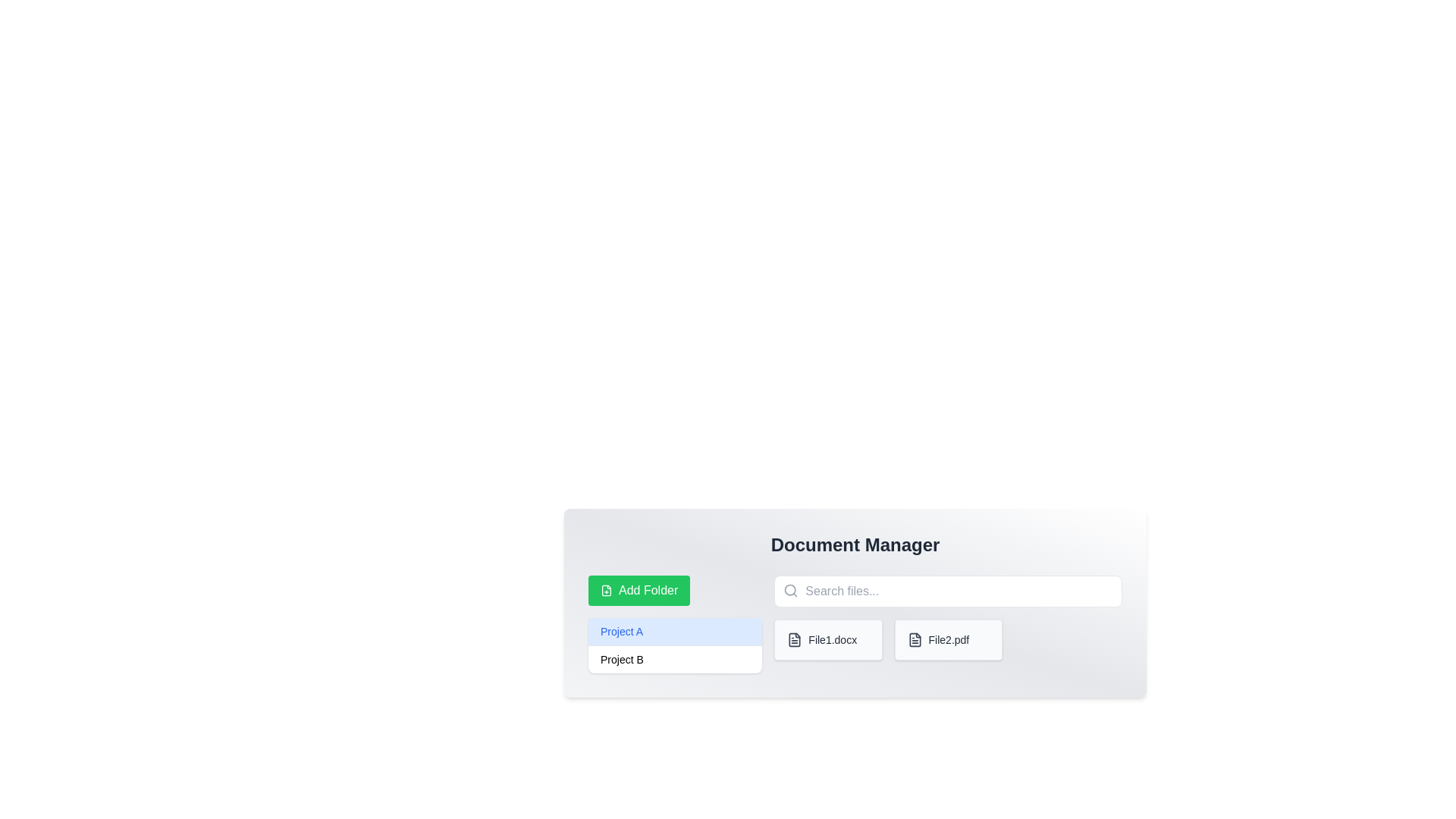 The height and width of the screenshot is (819, 1456). I want to click on the document icon element, which is styled as a document with a plain white background and black borders, located, so click(794, 640).